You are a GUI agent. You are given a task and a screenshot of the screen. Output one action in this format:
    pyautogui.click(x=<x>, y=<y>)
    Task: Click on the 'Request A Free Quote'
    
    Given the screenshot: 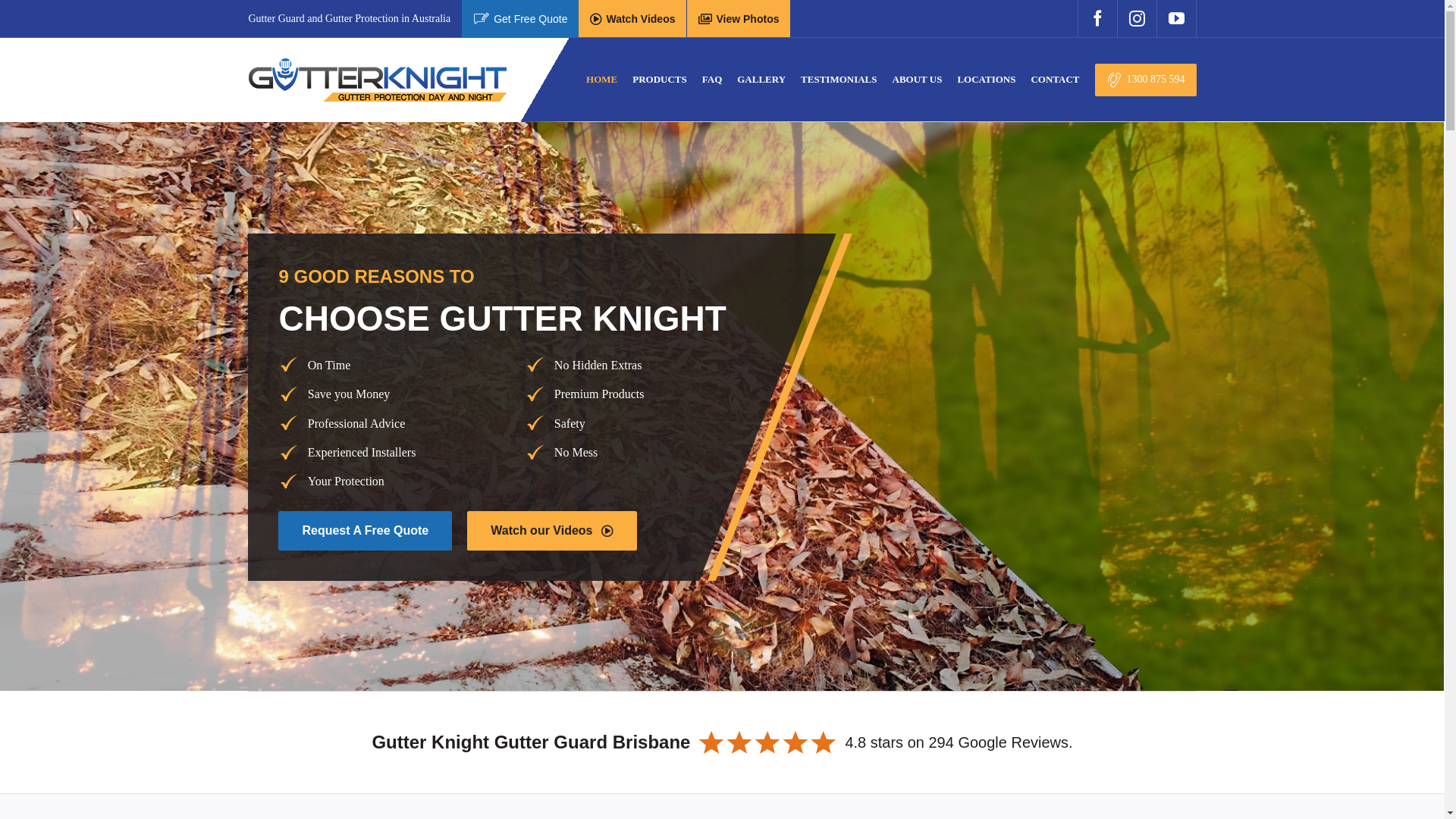 What is the action you would take?
    pyautogui.click(x=365, y=529)
    